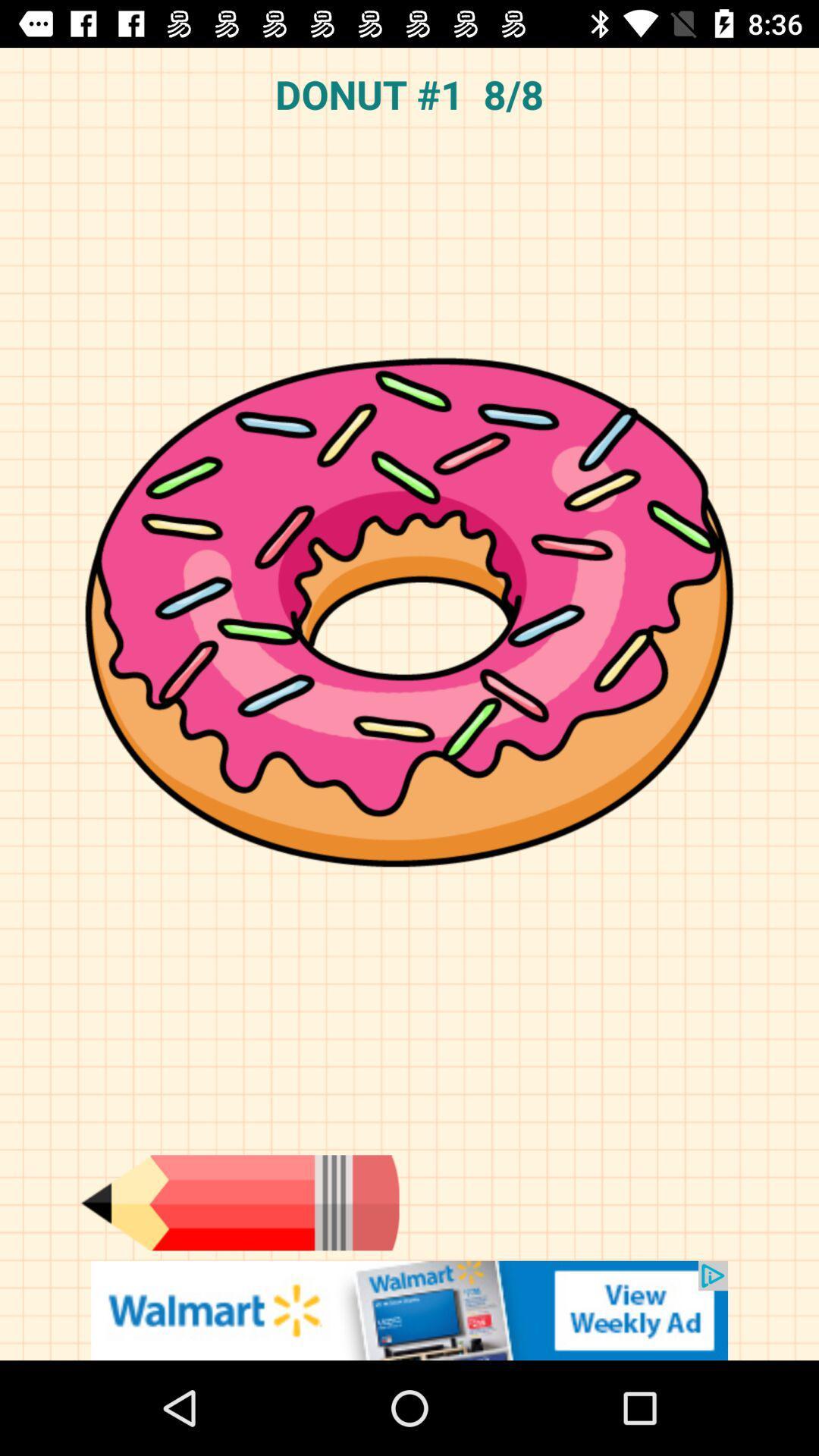 The height and width of the screenshot is (1456, 819). I want to click on coloring stick, so click(239, 1202).